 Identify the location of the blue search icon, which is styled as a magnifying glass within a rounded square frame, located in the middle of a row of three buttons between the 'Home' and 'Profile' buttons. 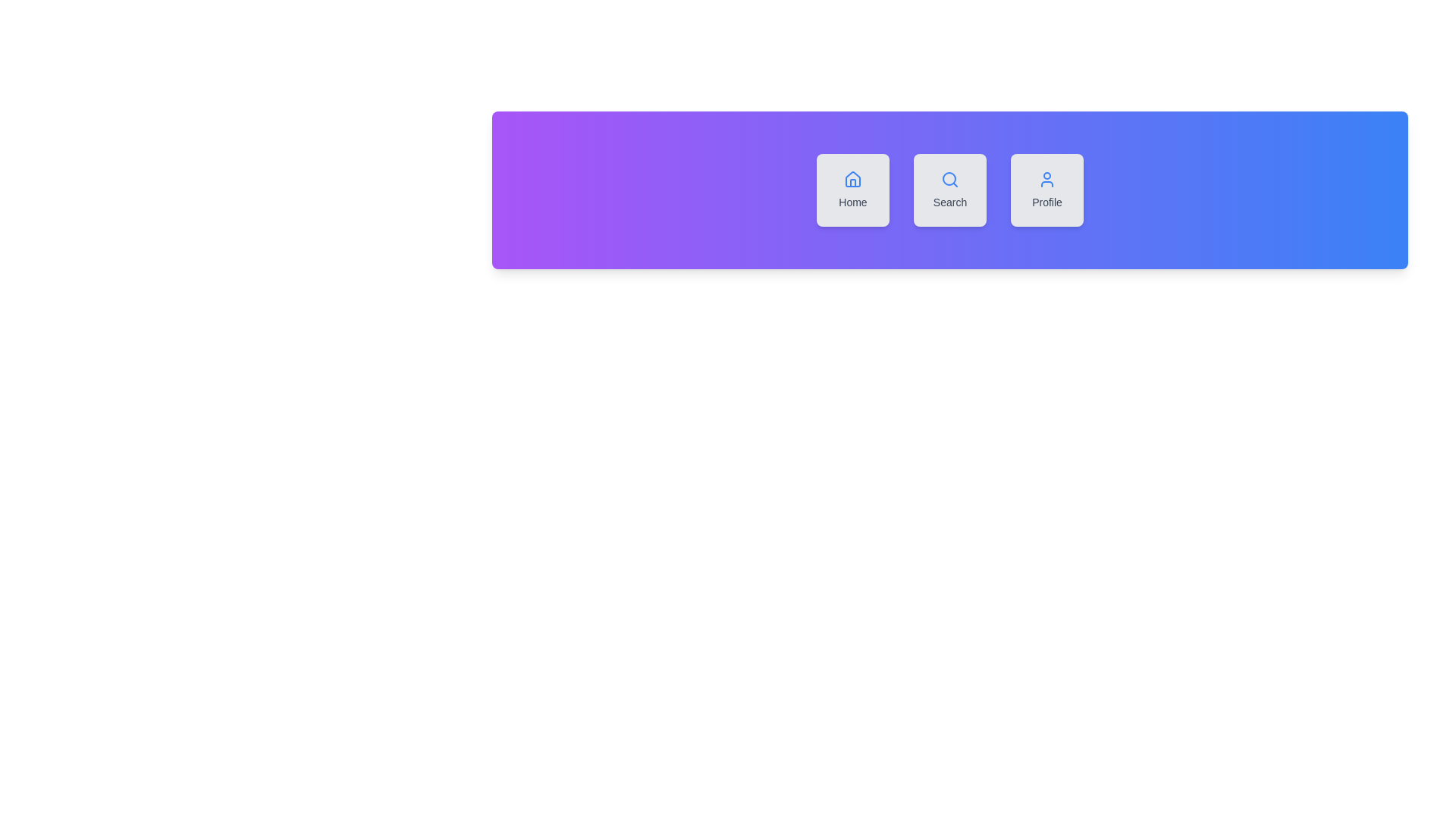
(949, 178).